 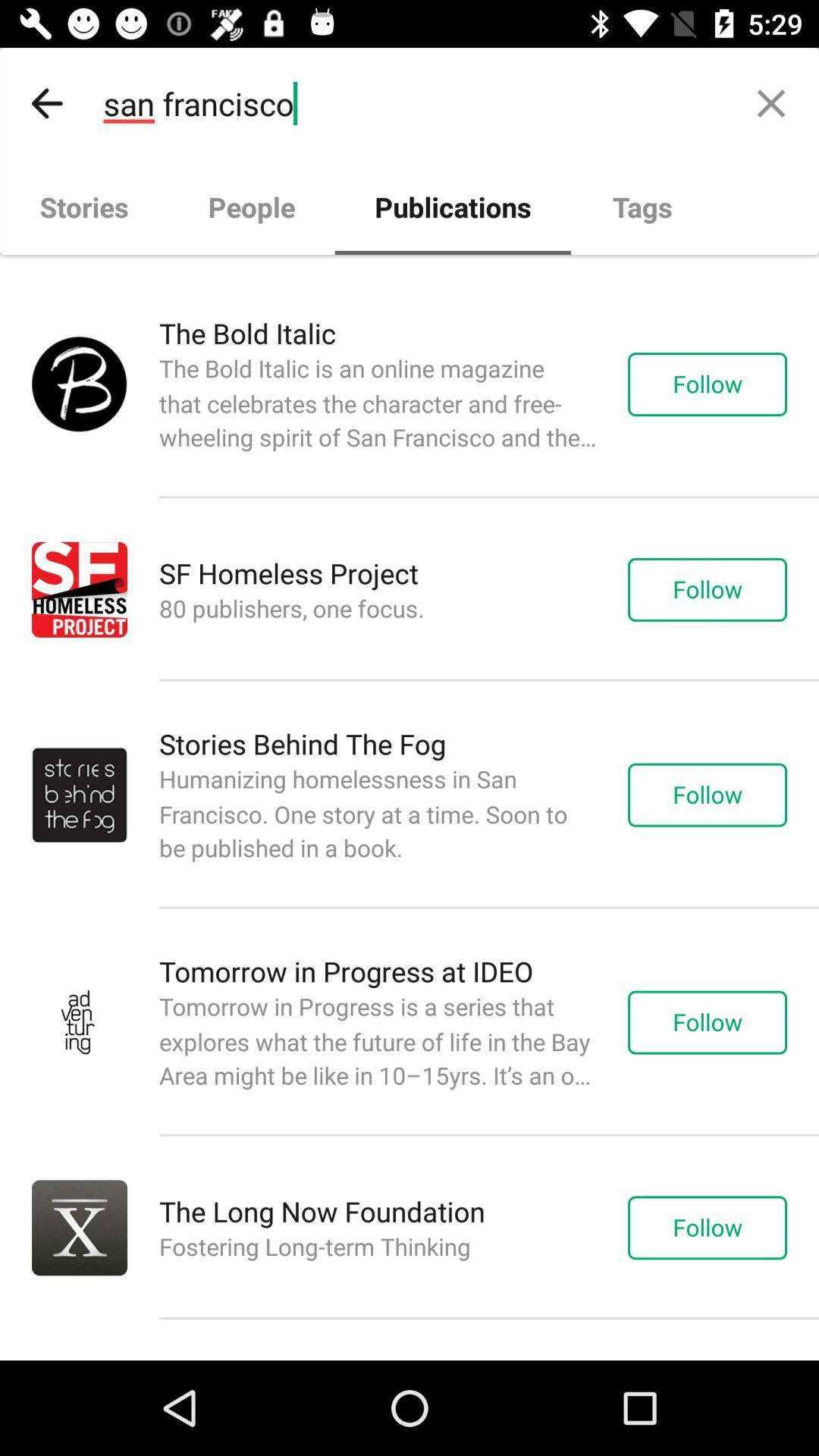 I want to click on item next to san francisco icon, so click(x=771, y=102).